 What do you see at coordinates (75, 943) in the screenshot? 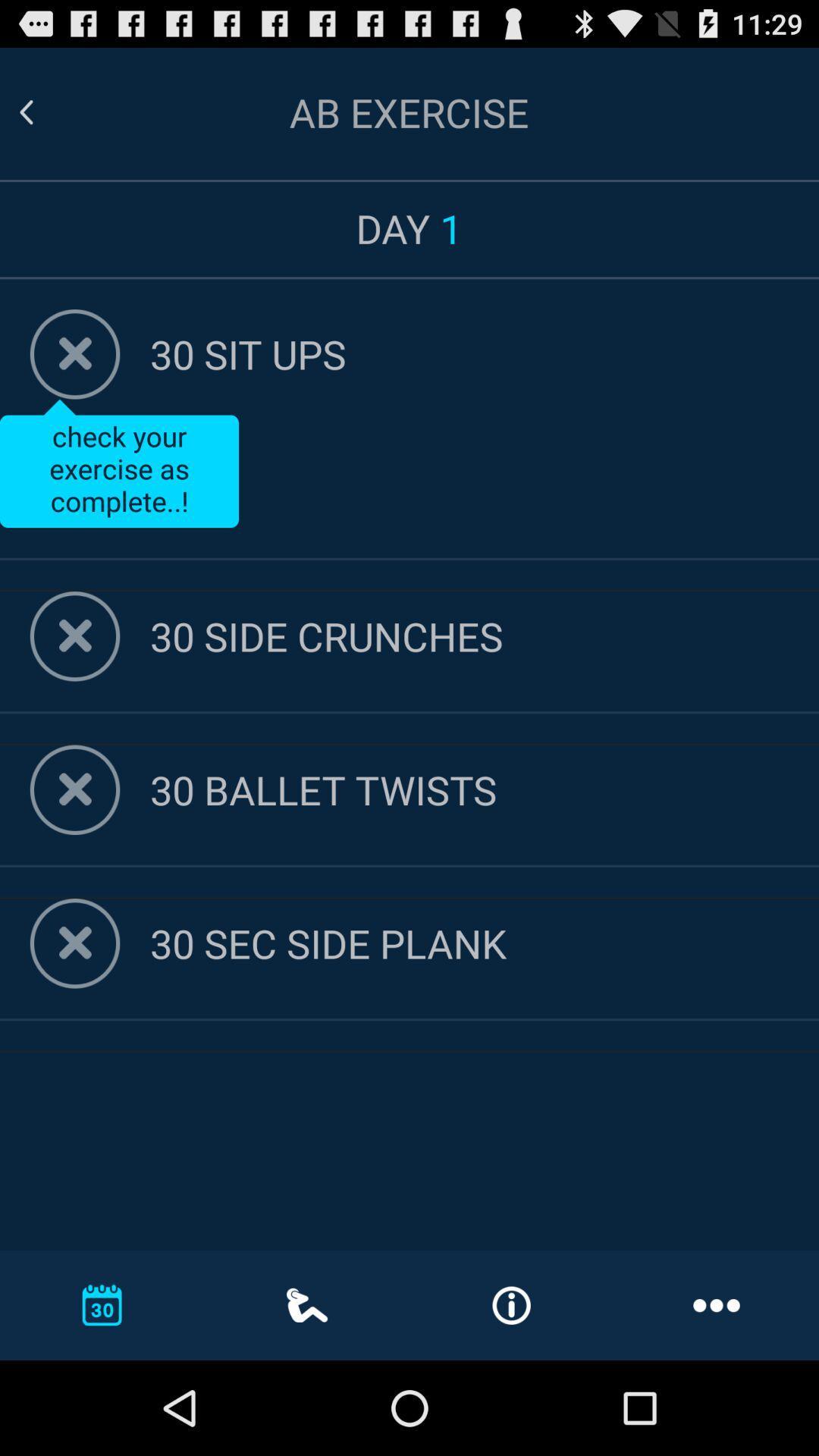
I see `indicates completion` at bounding box center [75, 943].